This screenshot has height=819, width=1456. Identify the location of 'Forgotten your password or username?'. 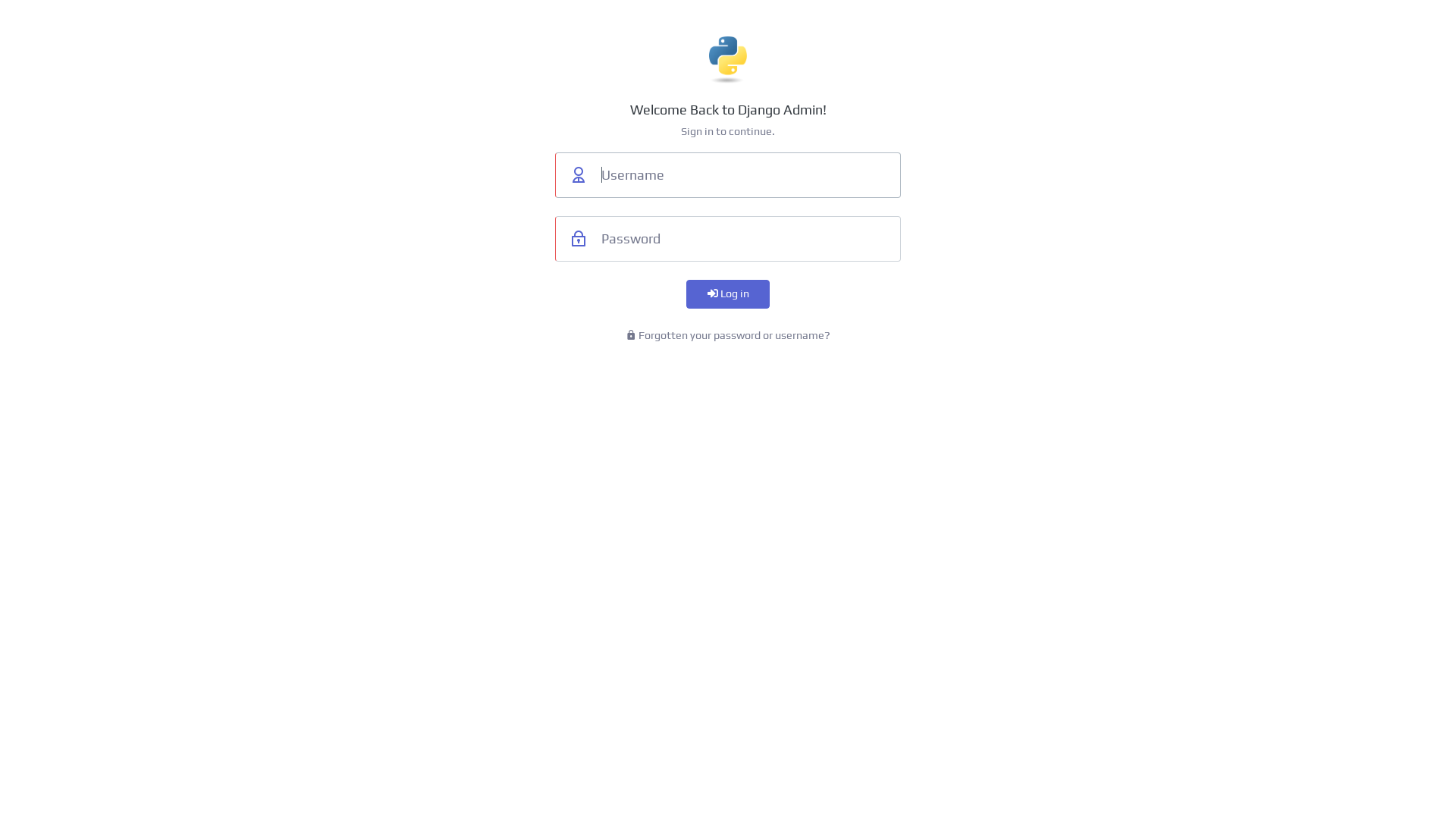
(728, 334).